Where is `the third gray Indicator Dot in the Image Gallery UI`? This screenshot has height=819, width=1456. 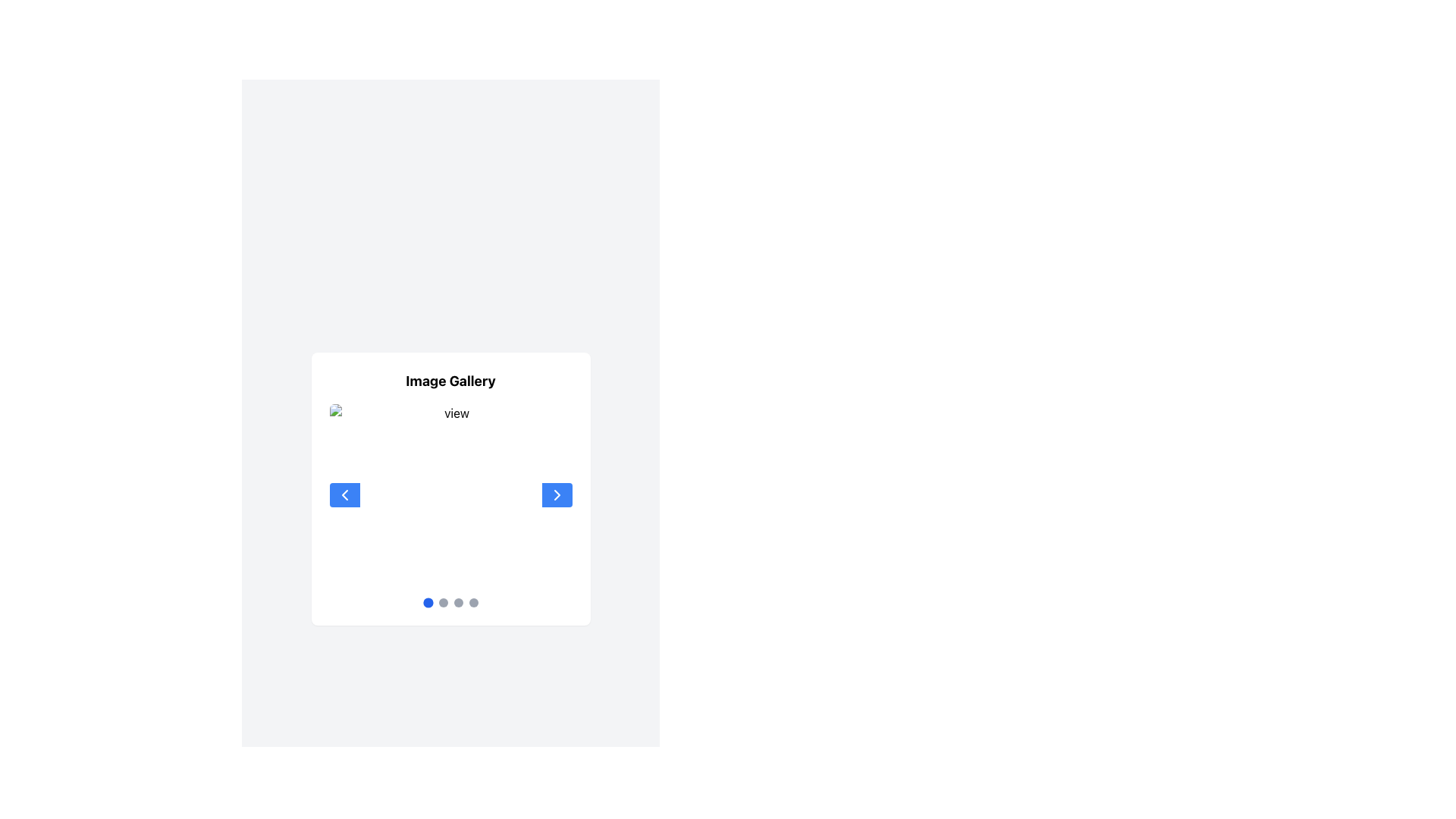 the third gray Indicator Dot in the Image Gallery UI is located at coordinates (457, 601).